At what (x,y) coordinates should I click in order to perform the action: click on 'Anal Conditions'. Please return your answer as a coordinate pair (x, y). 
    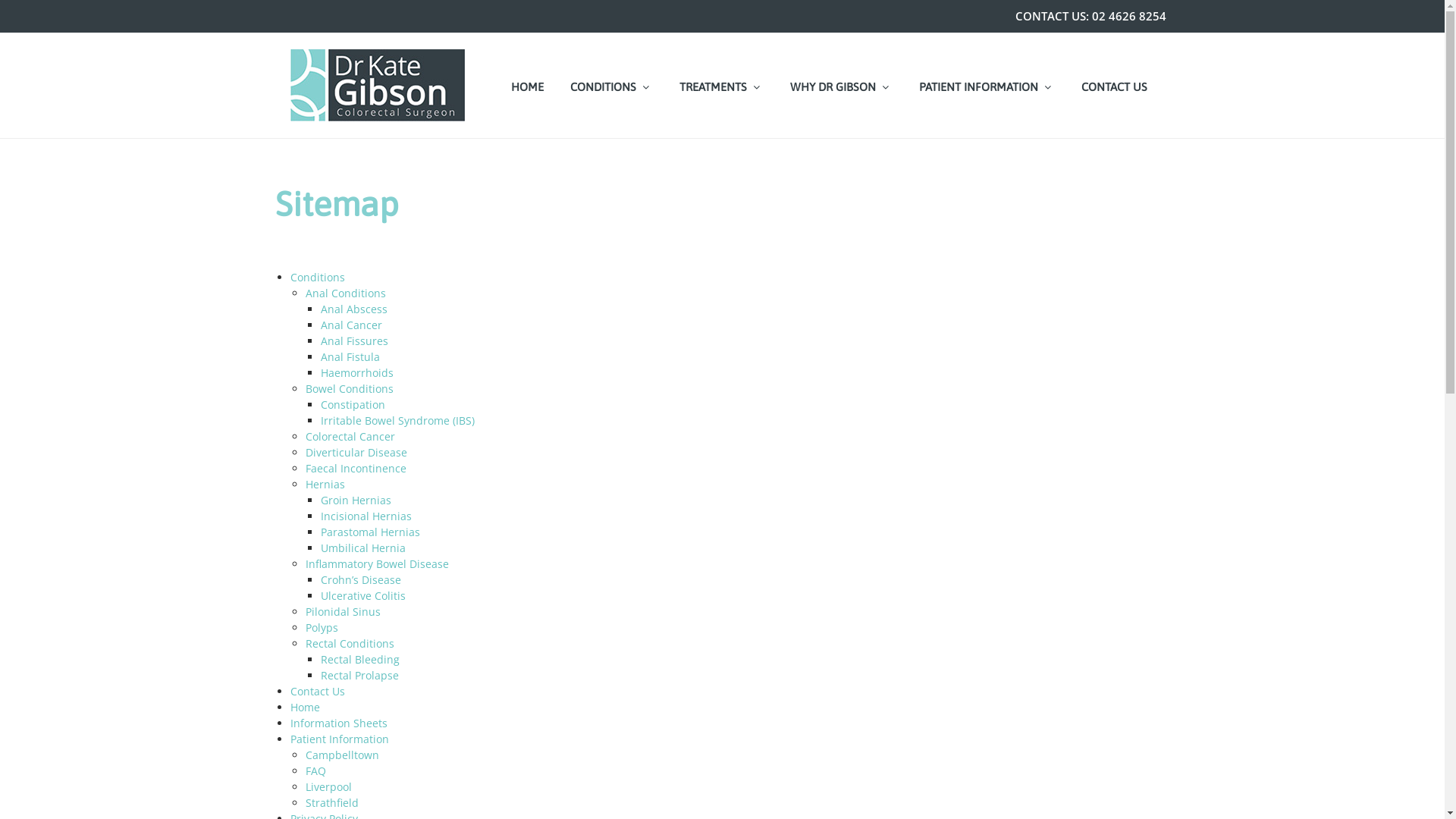
    Looking at the image, I should click on (344, 293).